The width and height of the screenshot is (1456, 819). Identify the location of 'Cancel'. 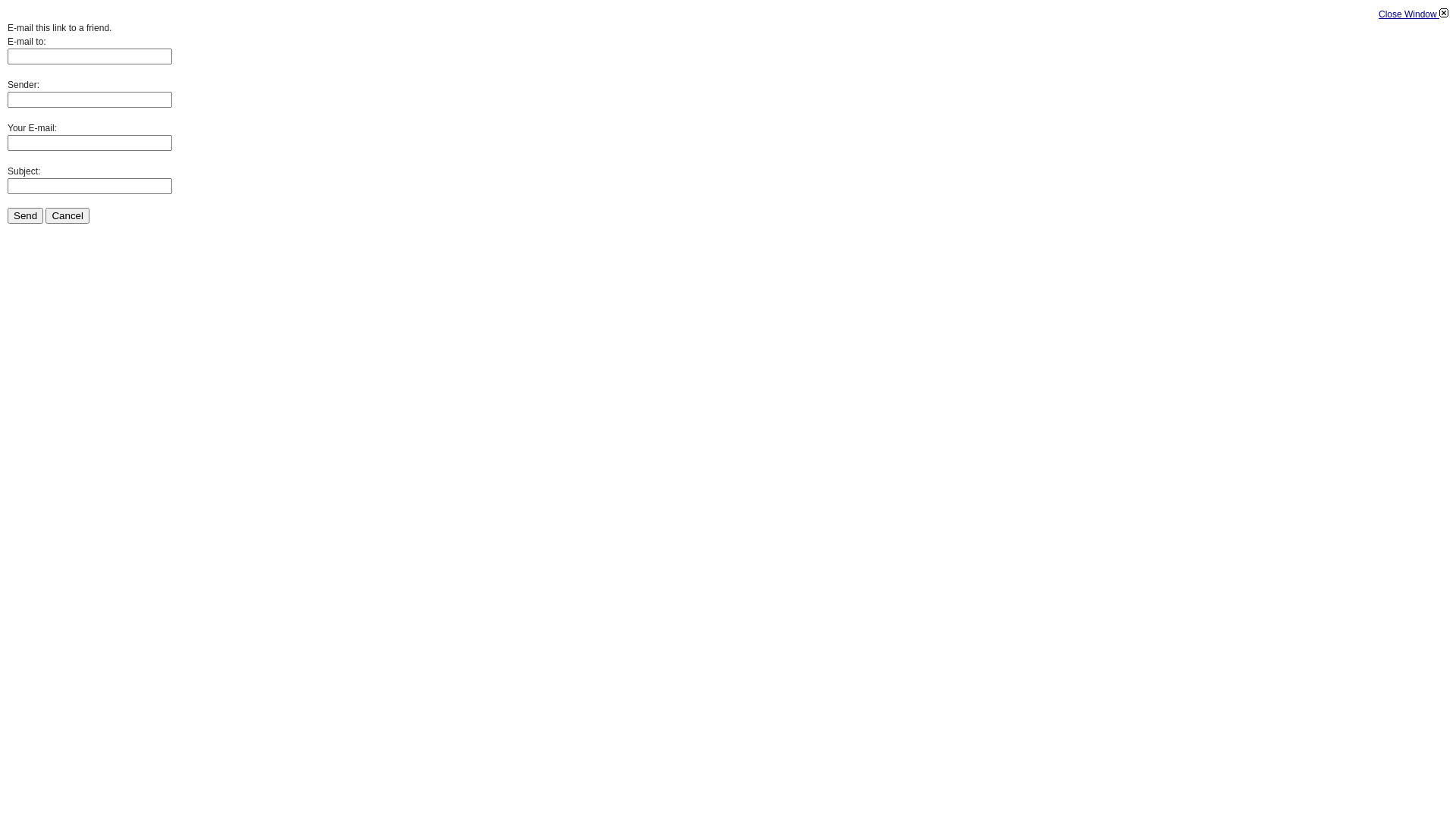
(67, 215).